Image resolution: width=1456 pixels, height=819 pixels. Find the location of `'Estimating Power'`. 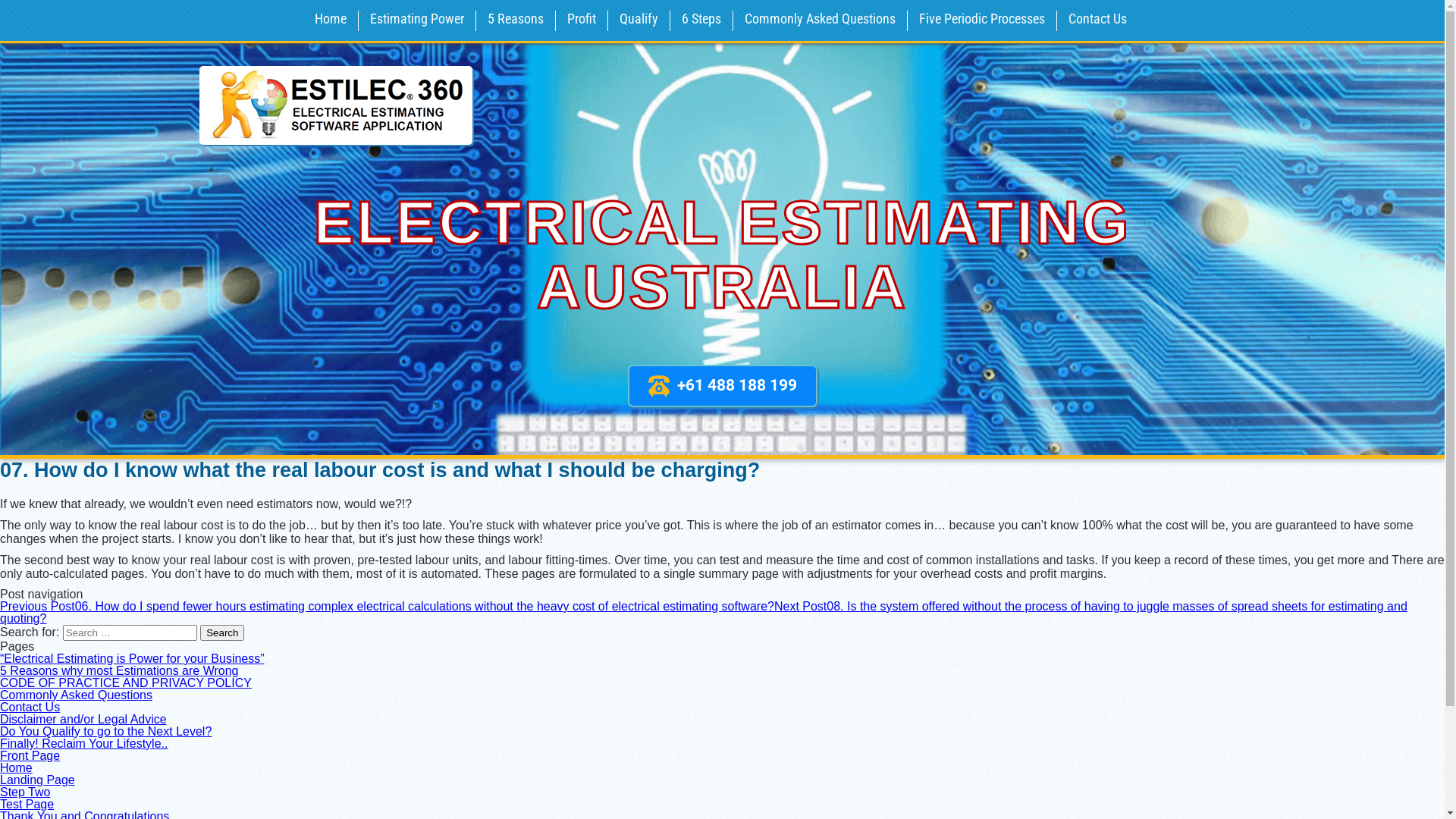

'Estimating Power' is located at coordinates (359, 20).